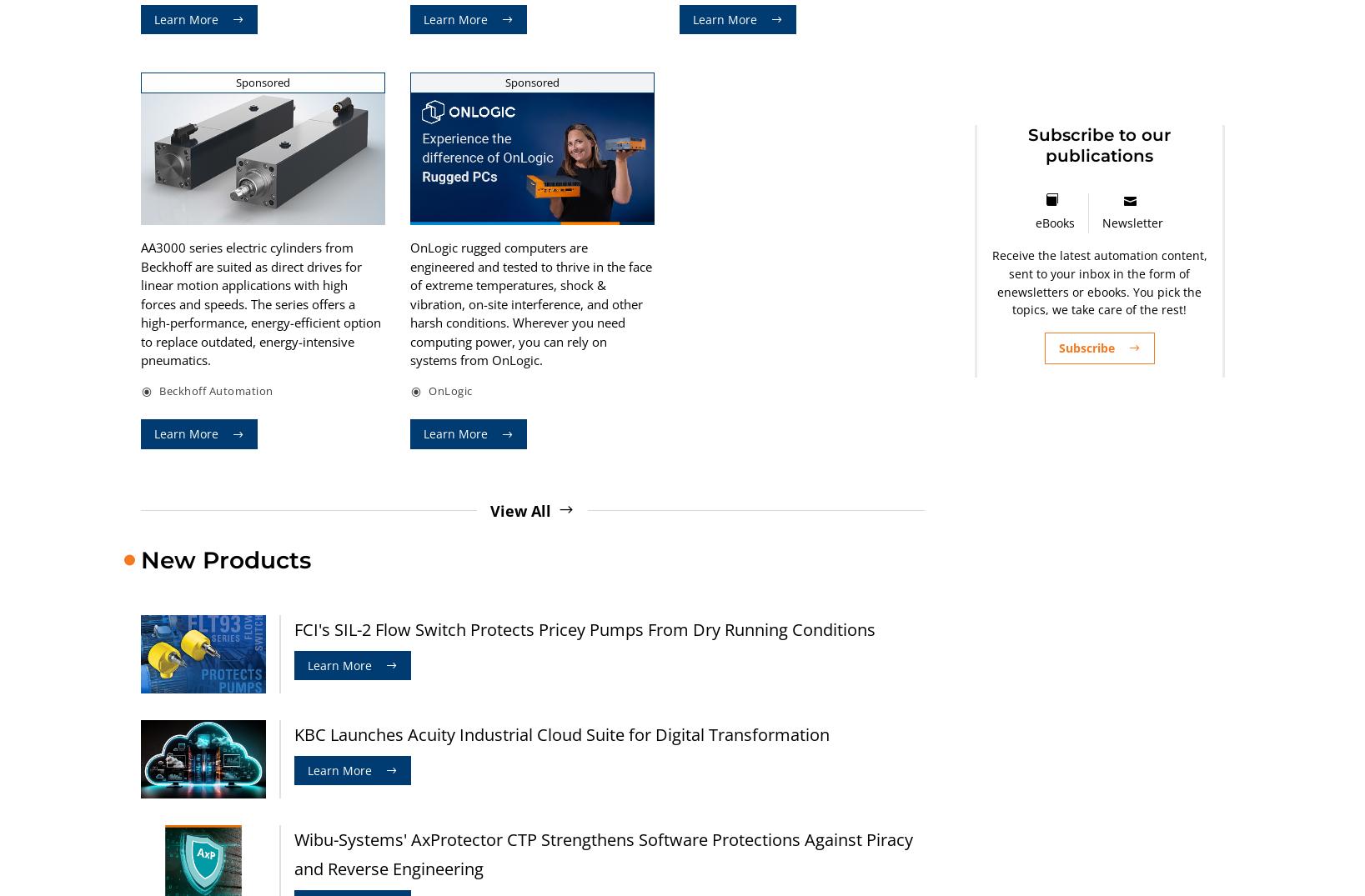 This screenshot has height=896, width=1365. Describe the element at coordinates (1097, 281) in the screenshot. I see `'Receive the latest automation content, sent to your inbox in the form of enewsletters or ebooks. You pick the topics, we take care of the rest!'` at that location.